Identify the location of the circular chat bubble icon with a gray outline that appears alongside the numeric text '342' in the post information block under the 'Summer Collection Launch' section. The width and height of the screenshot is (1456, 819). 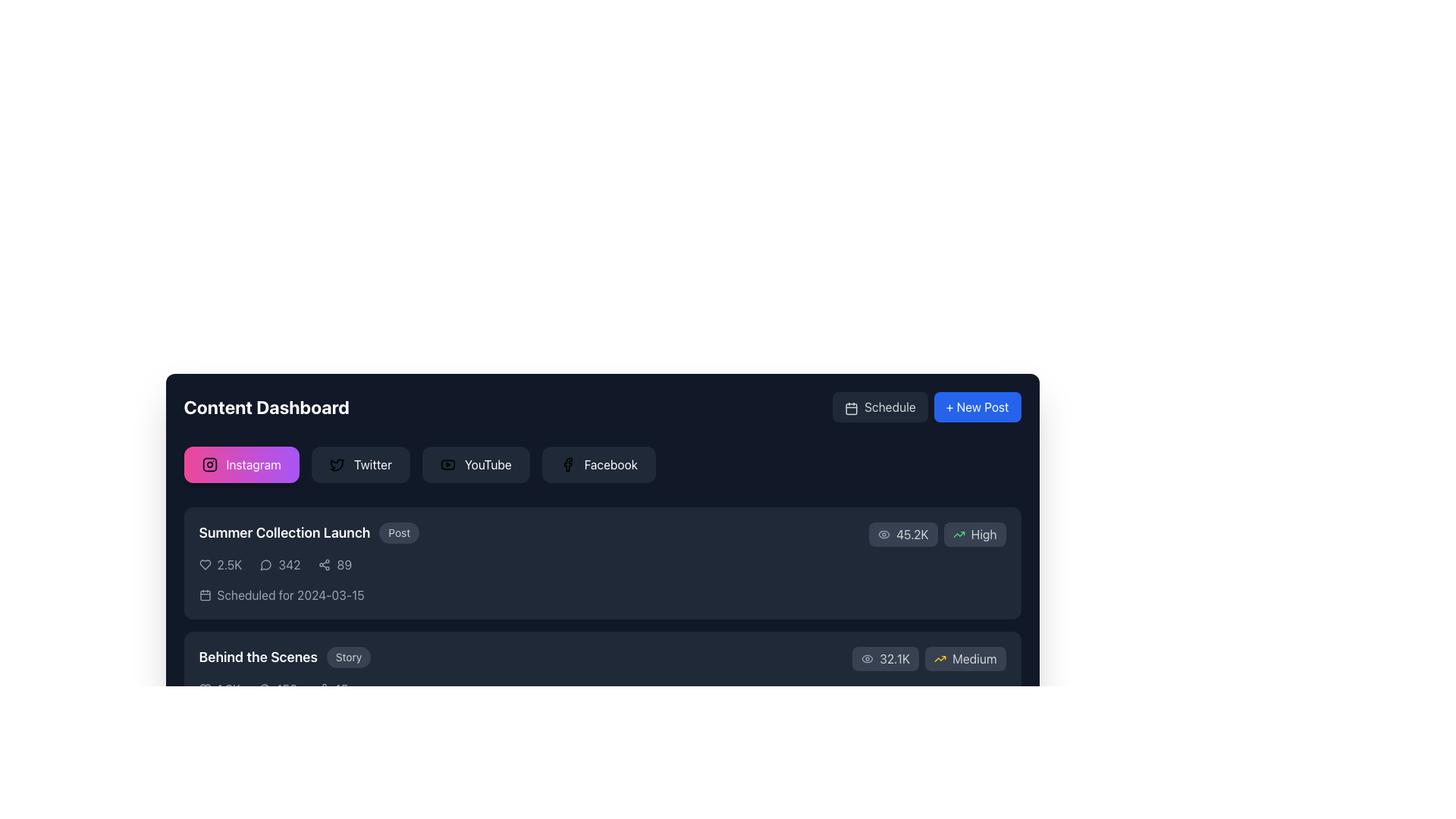
(266, 564).